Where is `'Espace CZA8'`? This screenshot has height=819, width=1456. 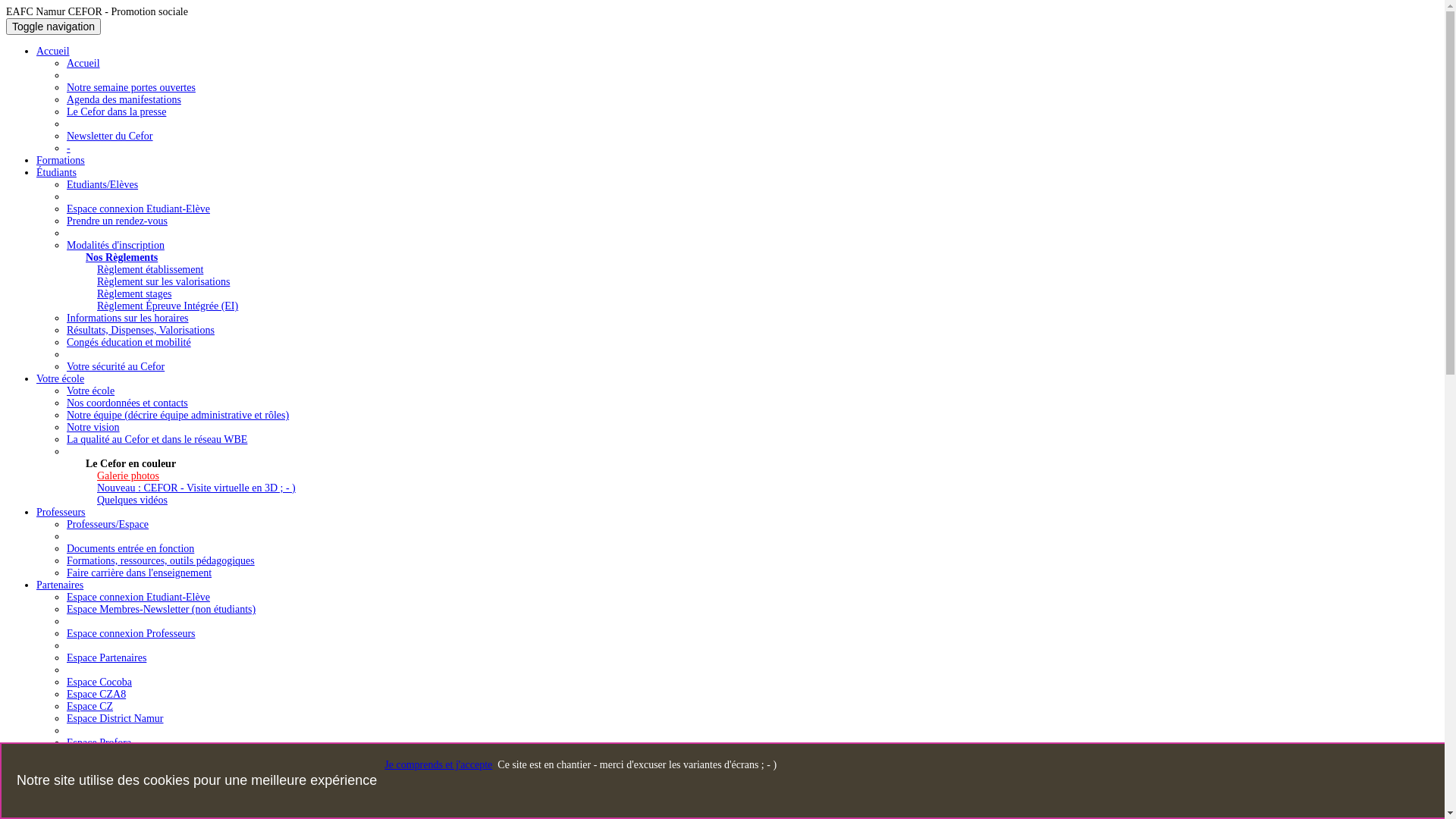 'Espace CZA8' is located at coordinates (95, 694).